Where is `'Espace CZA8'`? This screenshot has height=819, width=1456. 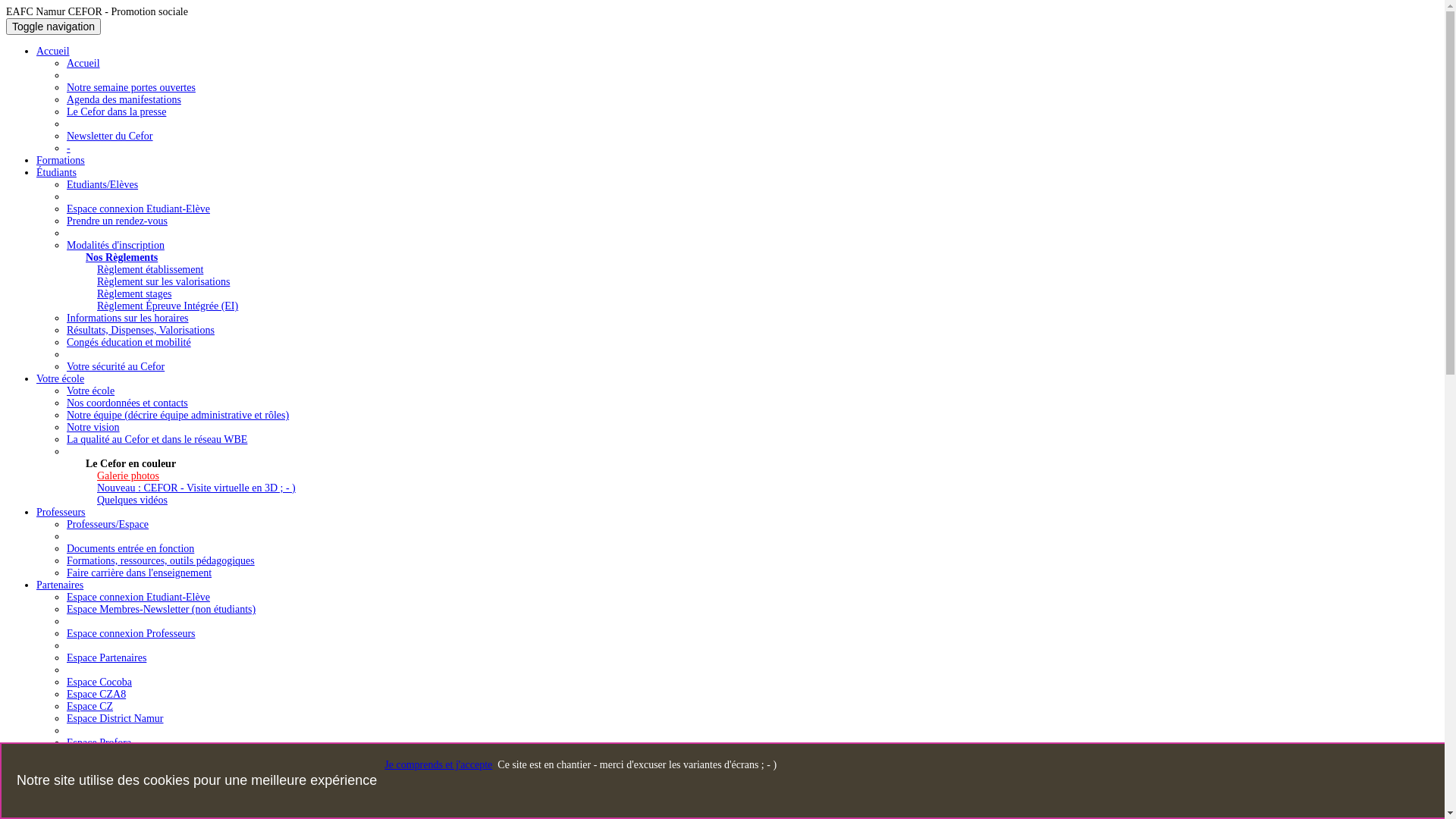 'Espace CZA8' is located at coordinates (95, 694).